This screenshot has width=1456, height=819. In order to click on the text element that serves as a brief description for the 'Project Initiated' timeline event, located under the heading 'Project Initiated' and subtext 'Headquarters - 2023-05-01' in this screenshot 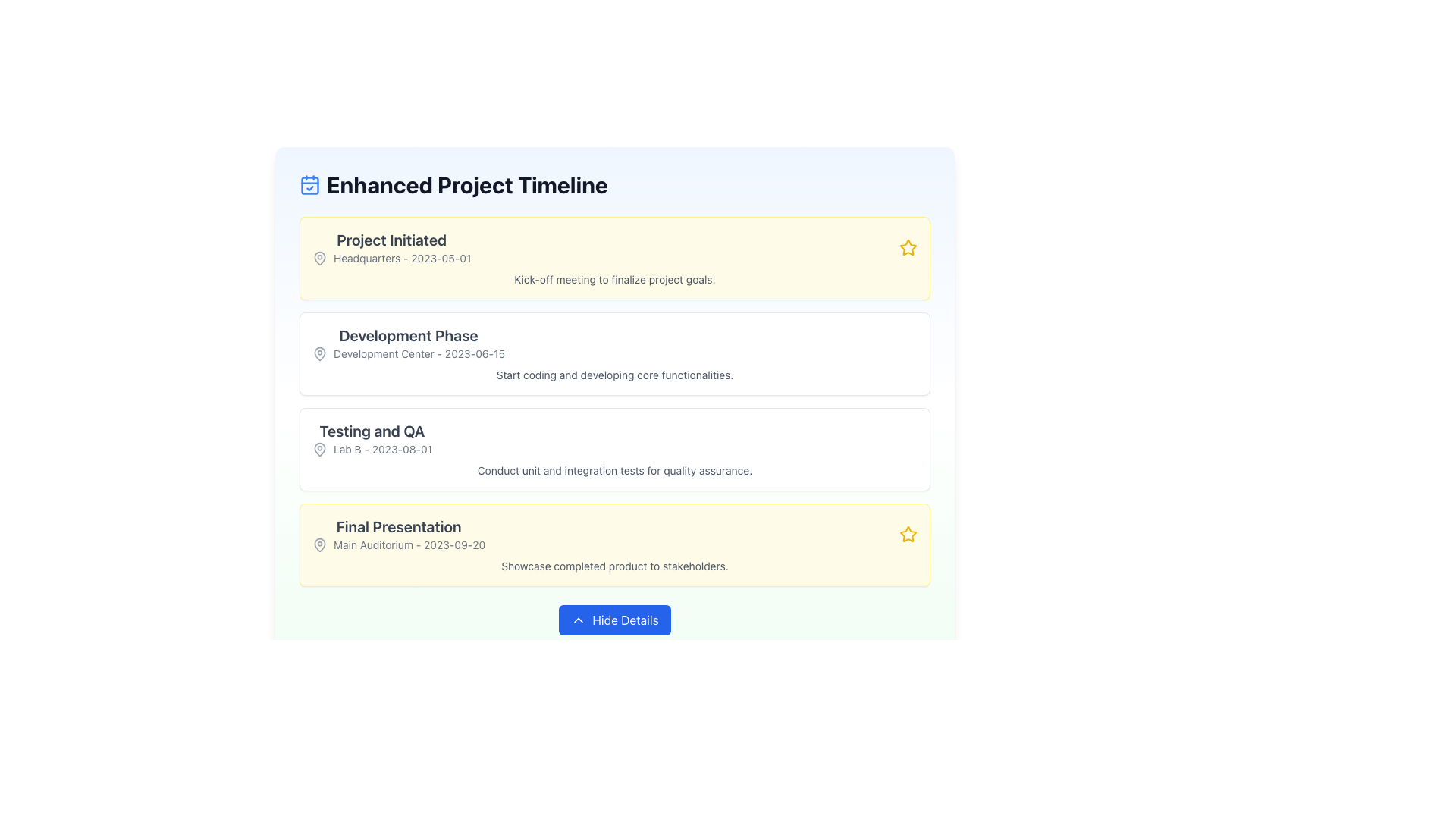, I will do `click(615, 280)`.